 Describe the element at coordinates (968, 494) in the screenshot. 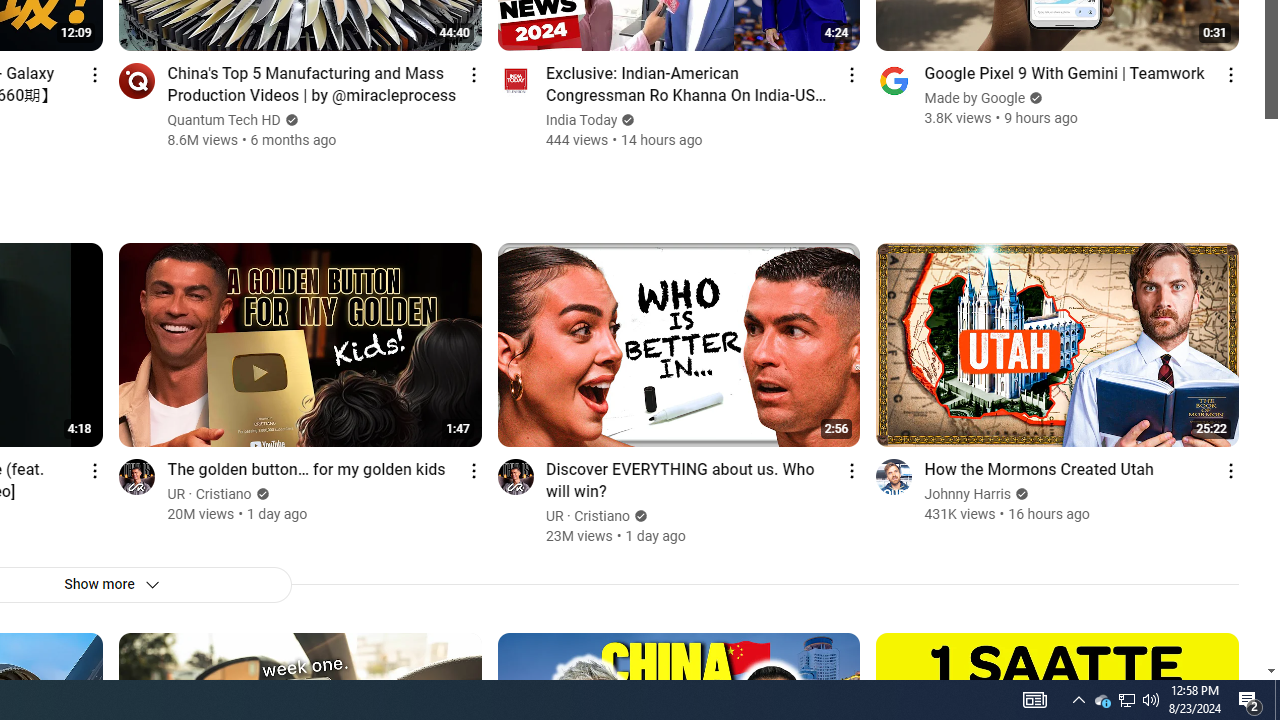

I see `'Johnny Harris'` at that location.